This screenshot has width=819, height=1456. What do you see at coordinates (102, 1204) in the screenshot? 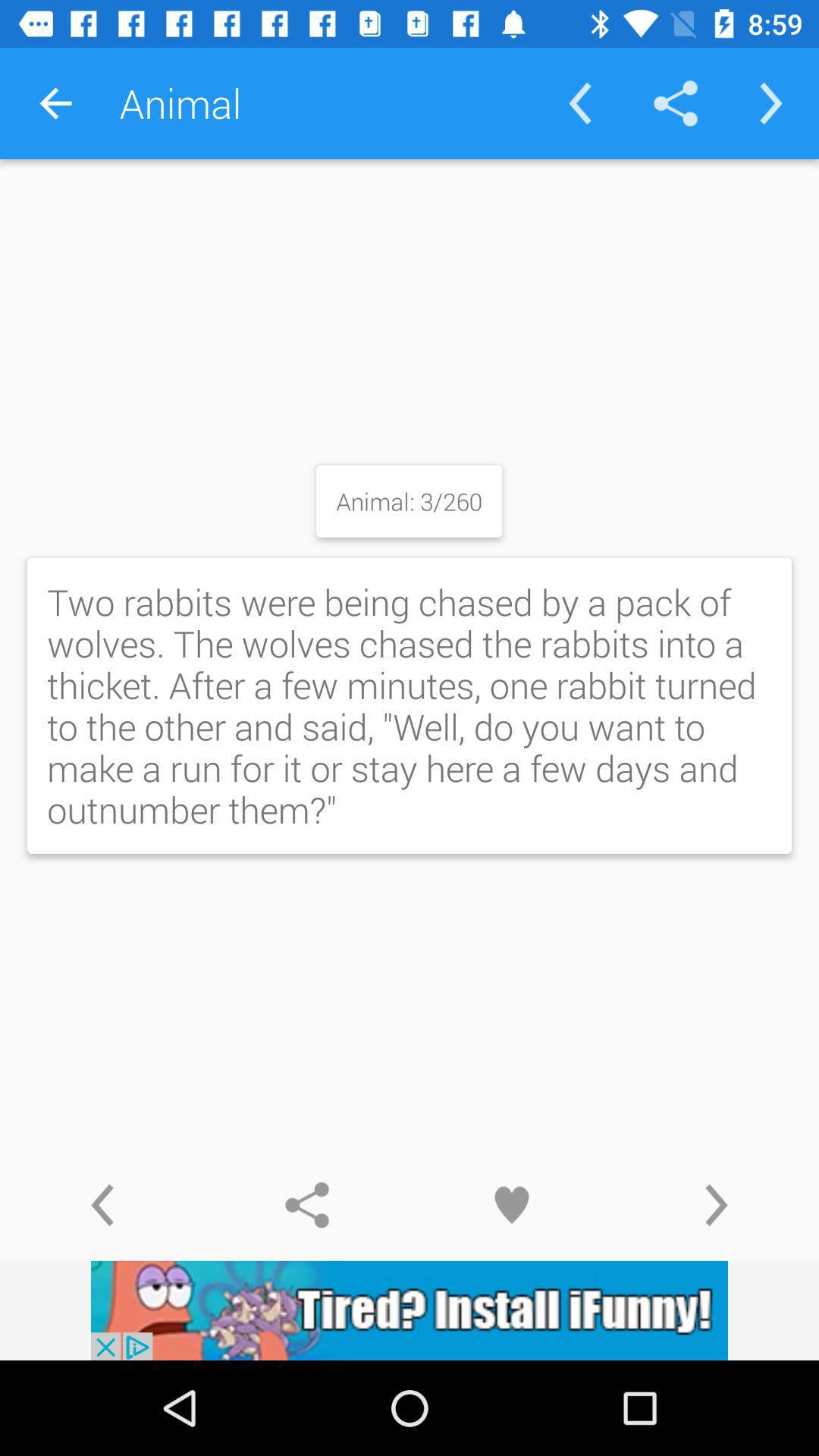
I see `go back` at bounding box center [102, 1204].